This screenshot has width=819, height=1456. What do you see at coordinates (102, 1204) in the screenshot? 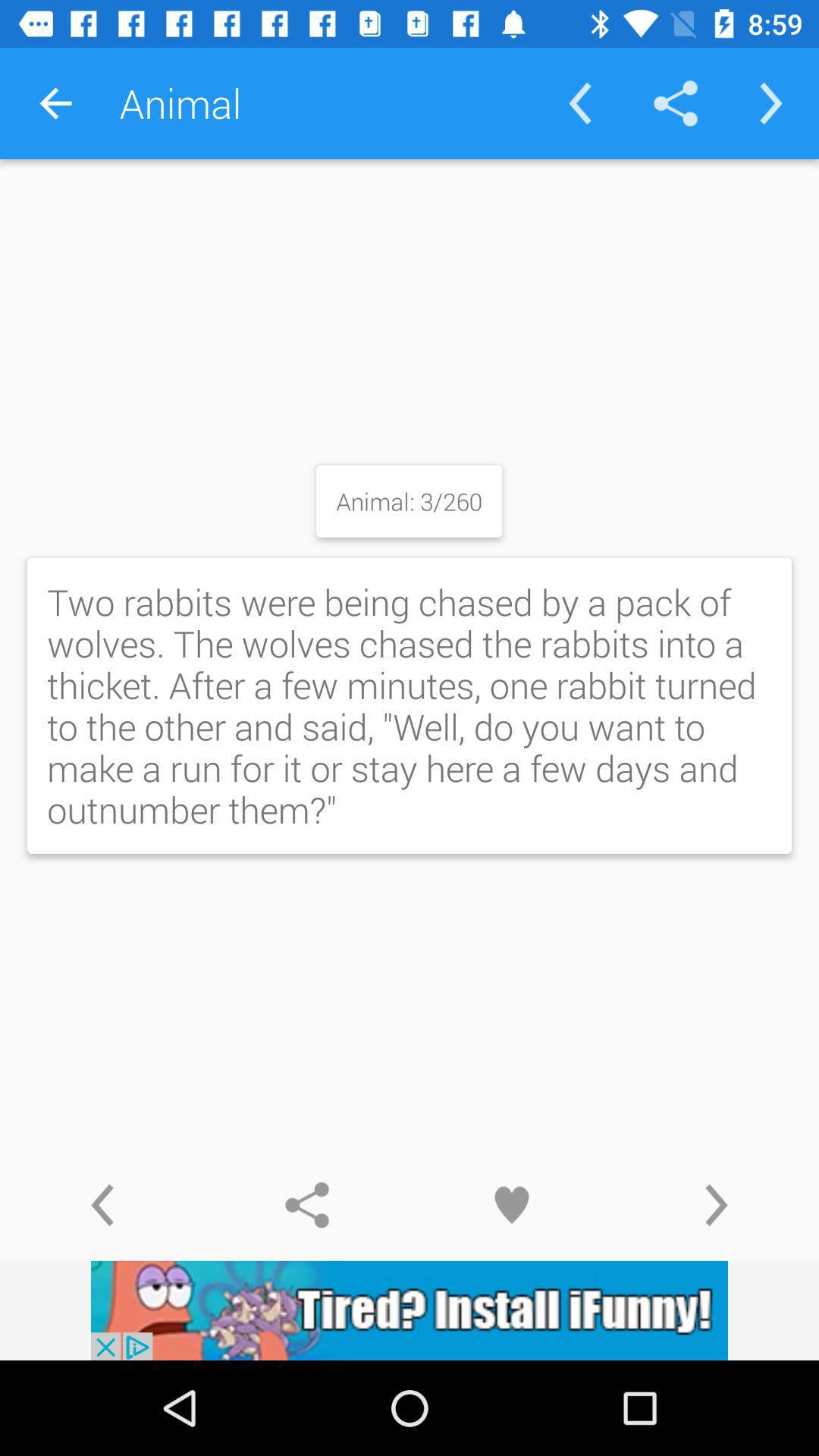
I see `go back` at bounding box center [102, 1204].